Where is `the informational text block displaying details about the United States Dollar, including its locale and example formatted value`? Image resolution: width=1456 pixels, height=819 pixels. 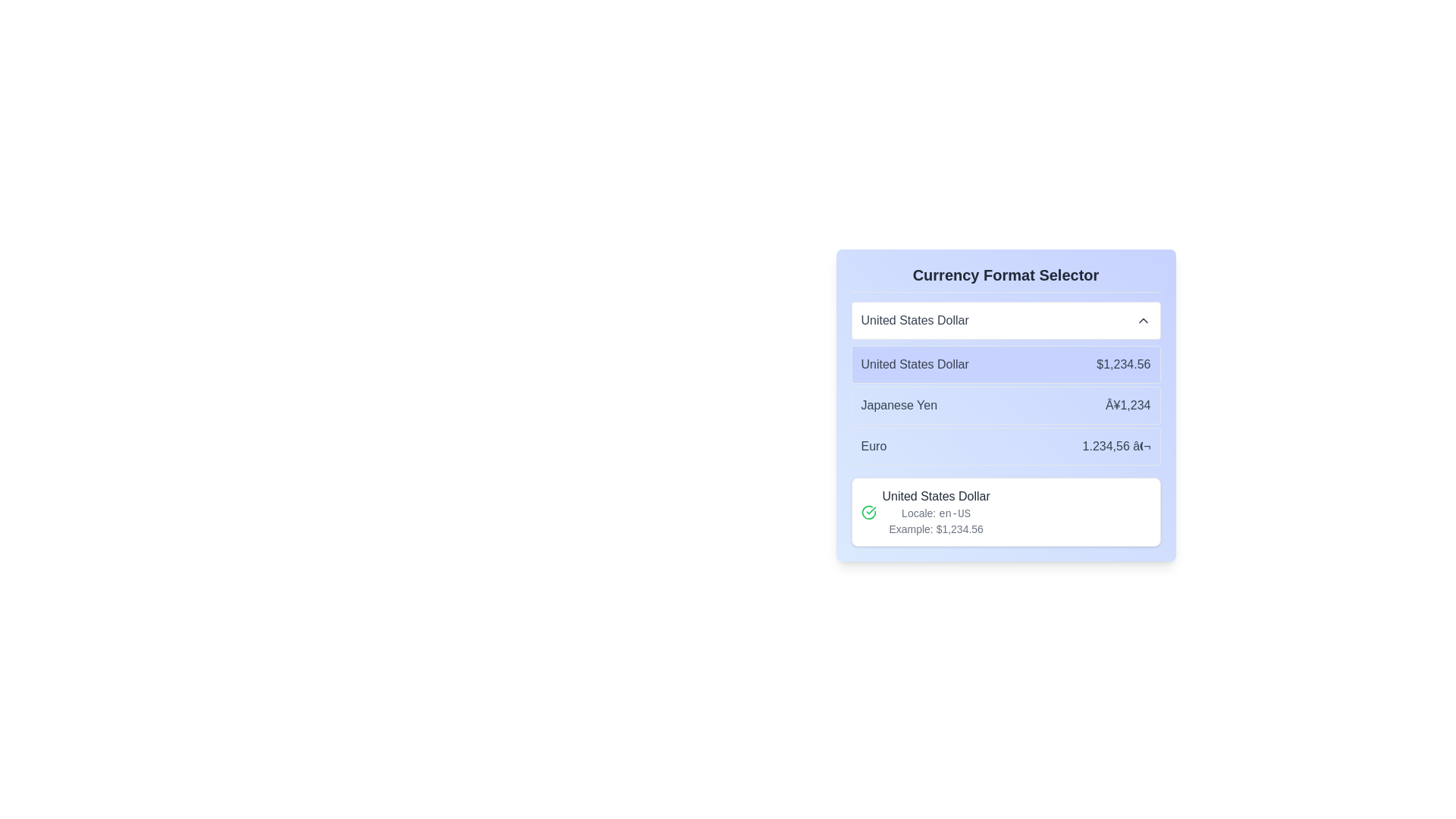
the informational text block displaying details about the United States Dollar, including its locale and example formatted value is located at coordinates (935, 512).